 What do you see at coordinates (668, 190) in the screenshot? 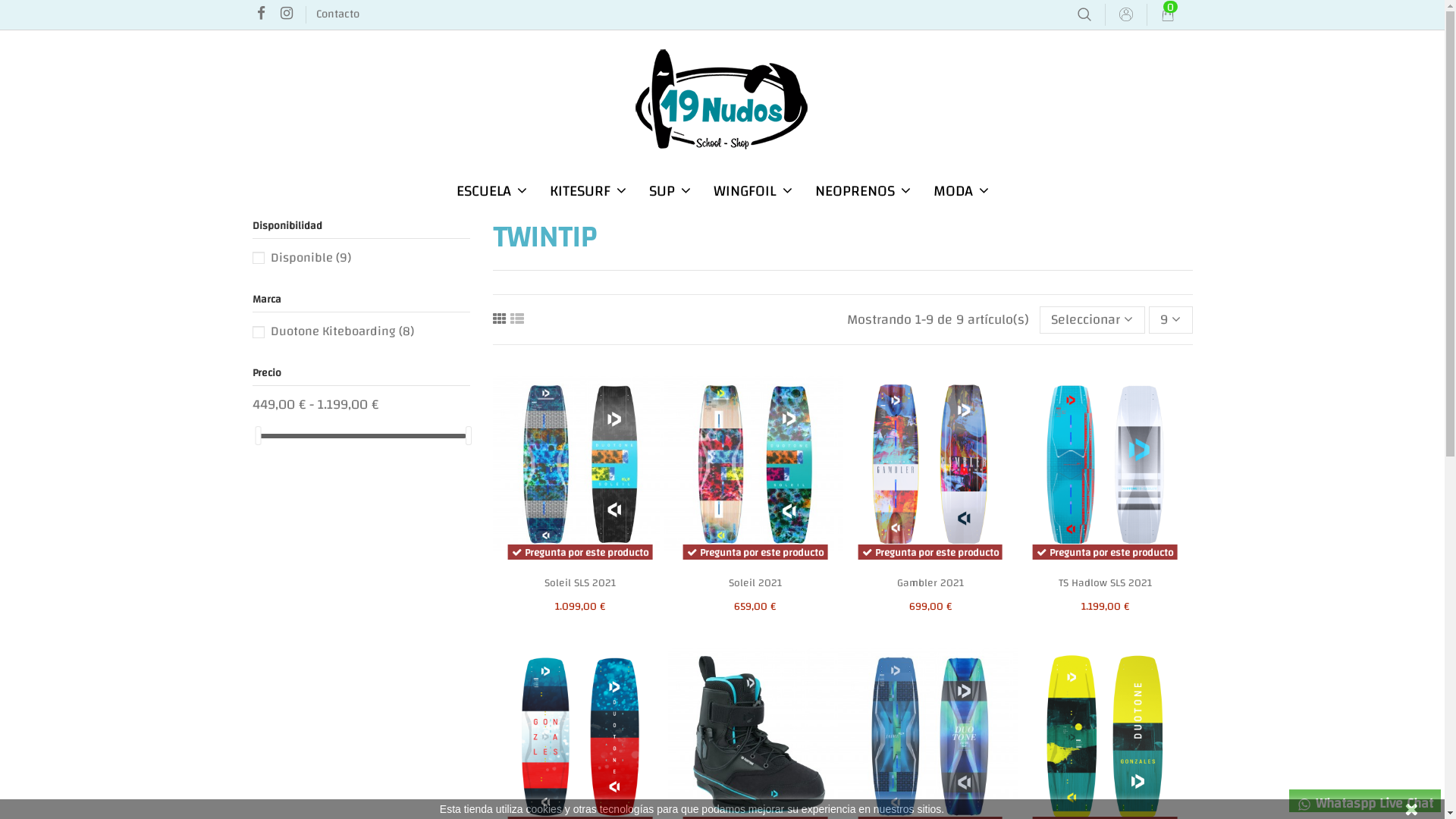
I see `'SUP'` at bounding box center [668, 190].